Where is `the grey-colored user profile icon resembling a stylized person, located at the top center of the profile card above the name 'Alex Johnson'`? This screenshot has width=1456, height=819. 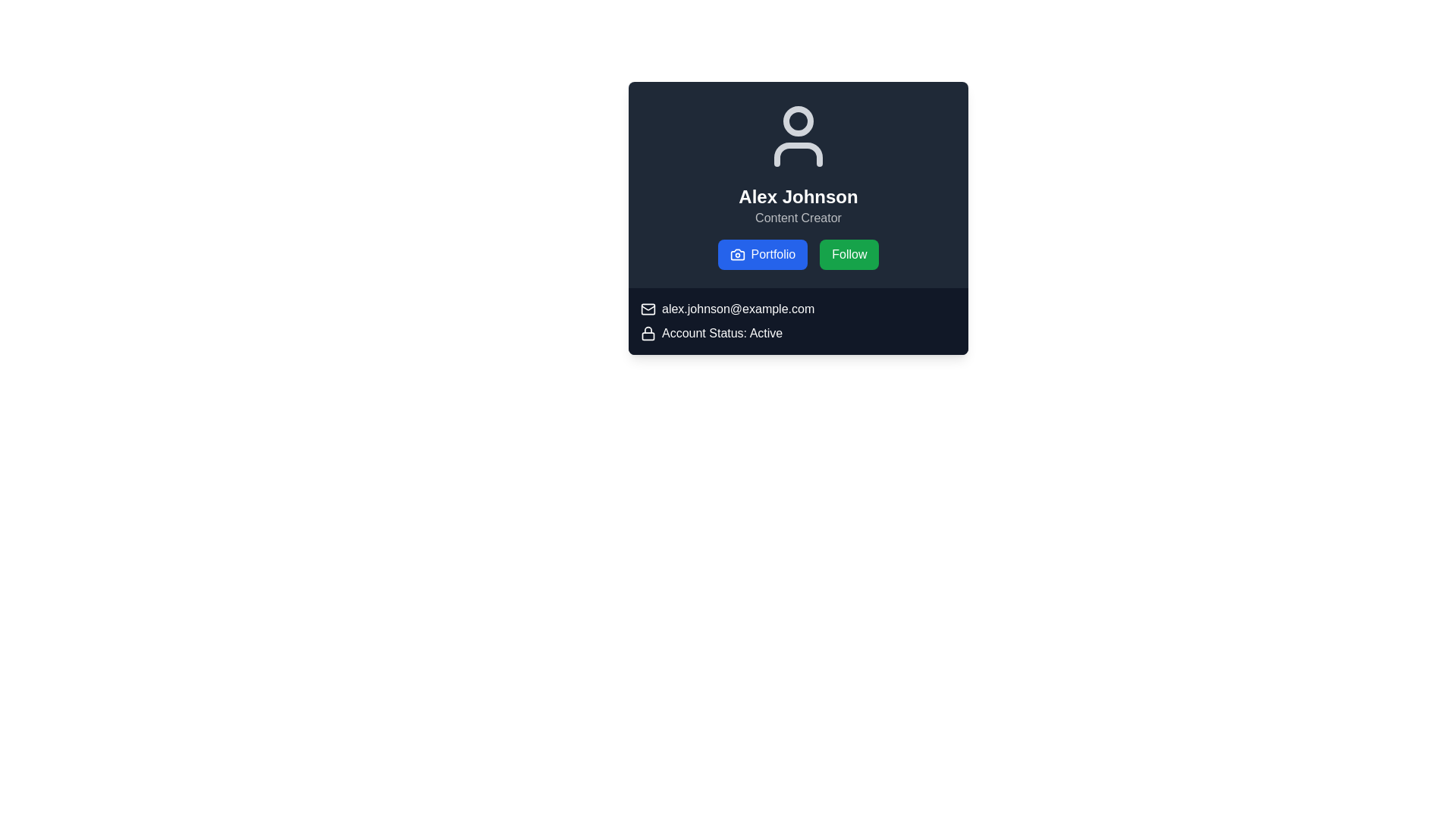 the grey-colored user profile icon resembling a stylized person, located at the top center of the profile card above the name 'Alex Johnson' is located at coordinates (797, 136).